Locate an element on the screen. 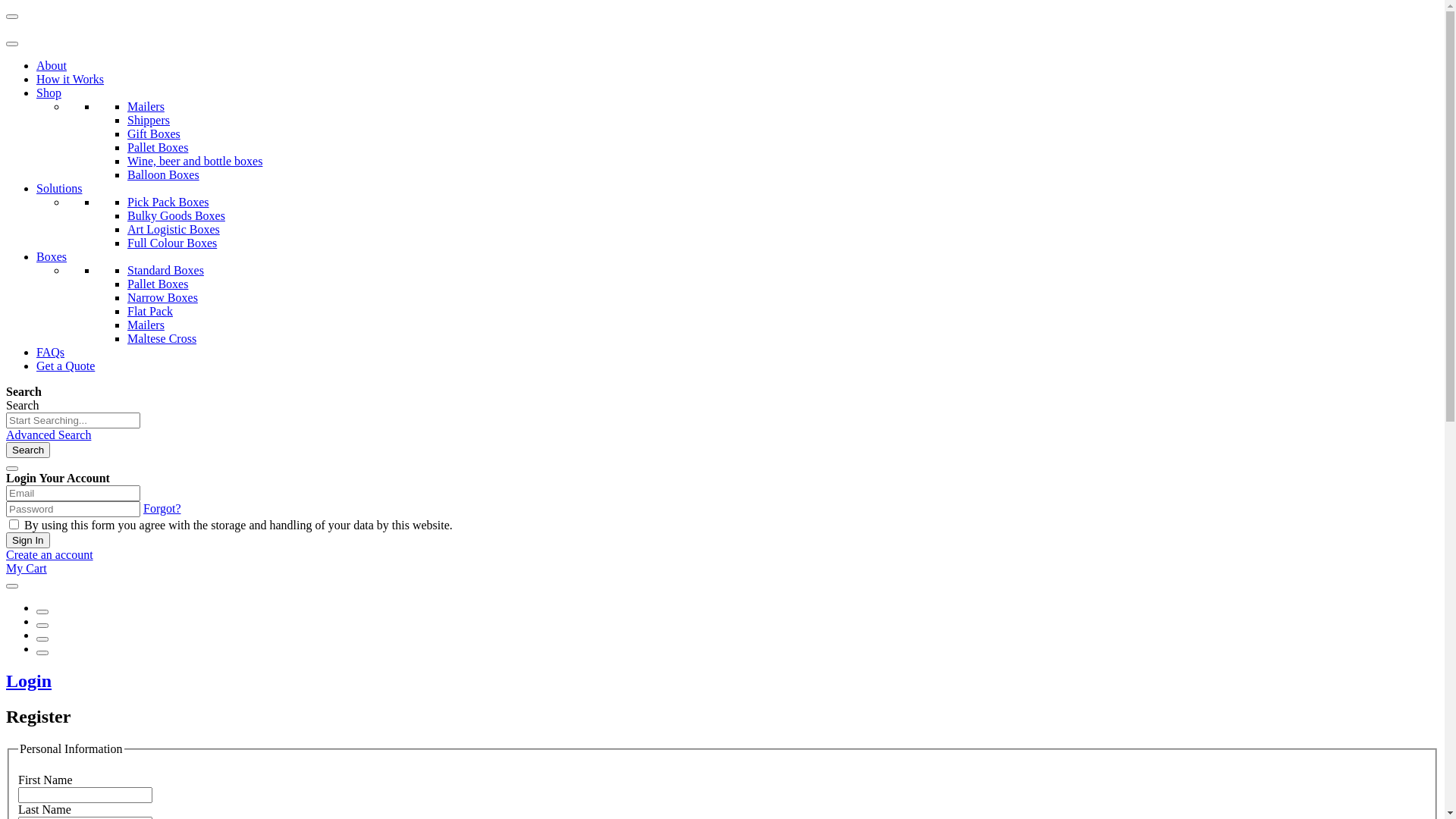 The image size is (1456, 819). 'Sign In' is located at coordinates (28, 539).